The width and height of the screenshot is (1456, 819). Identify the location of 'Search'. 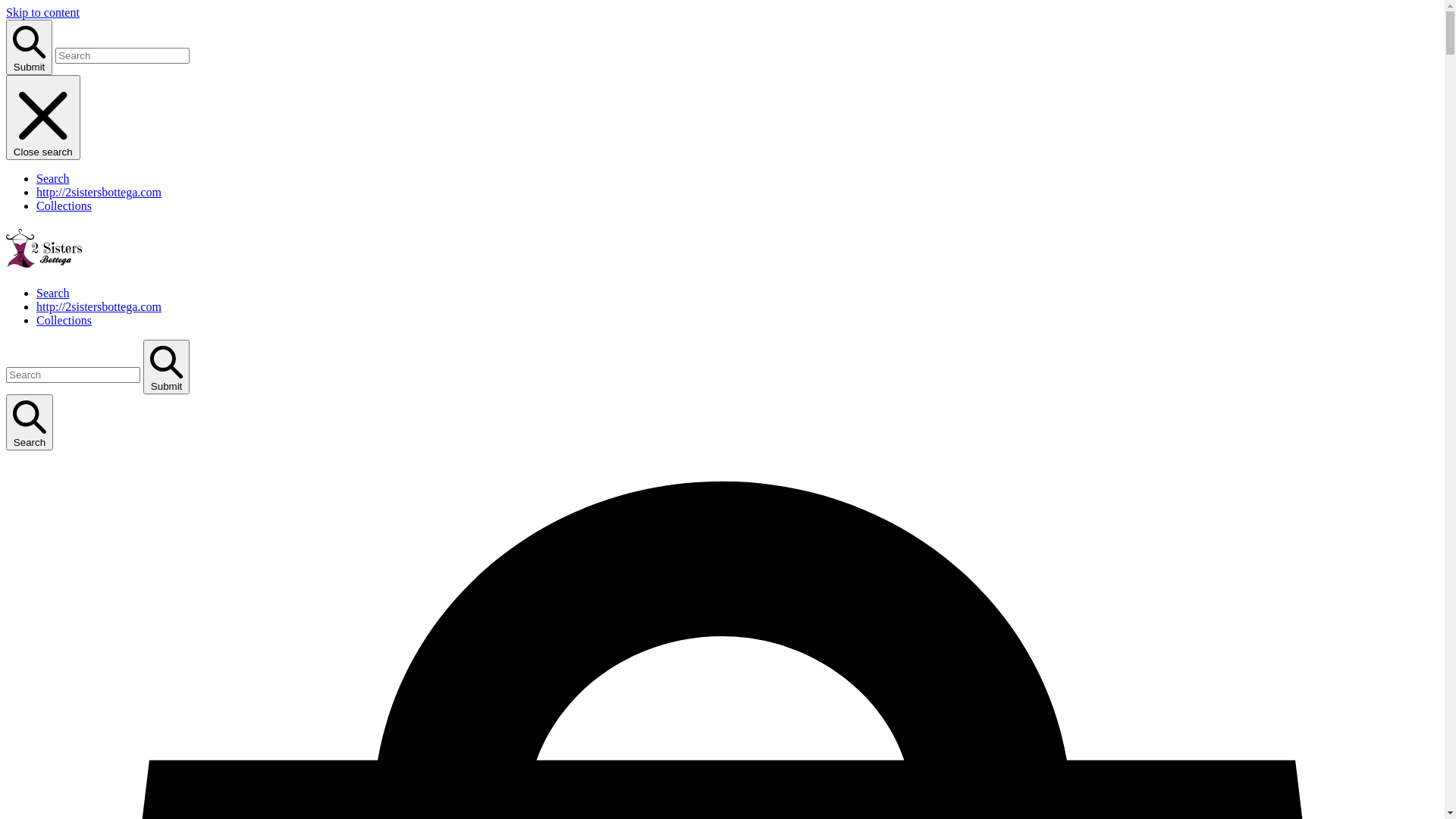
(53, 293).